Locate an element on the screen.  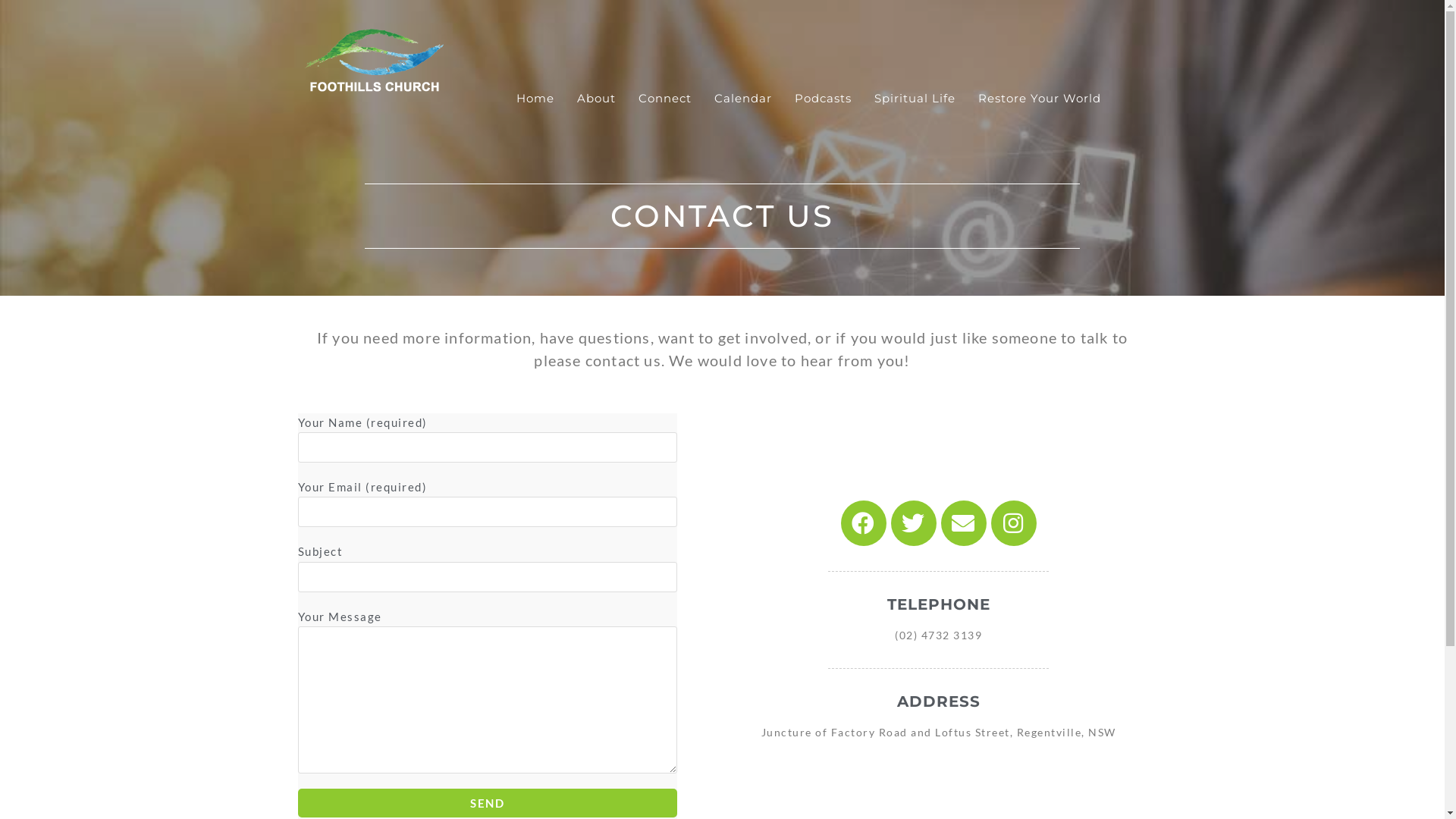
'Calendar' is located at coordinates (742, 99).